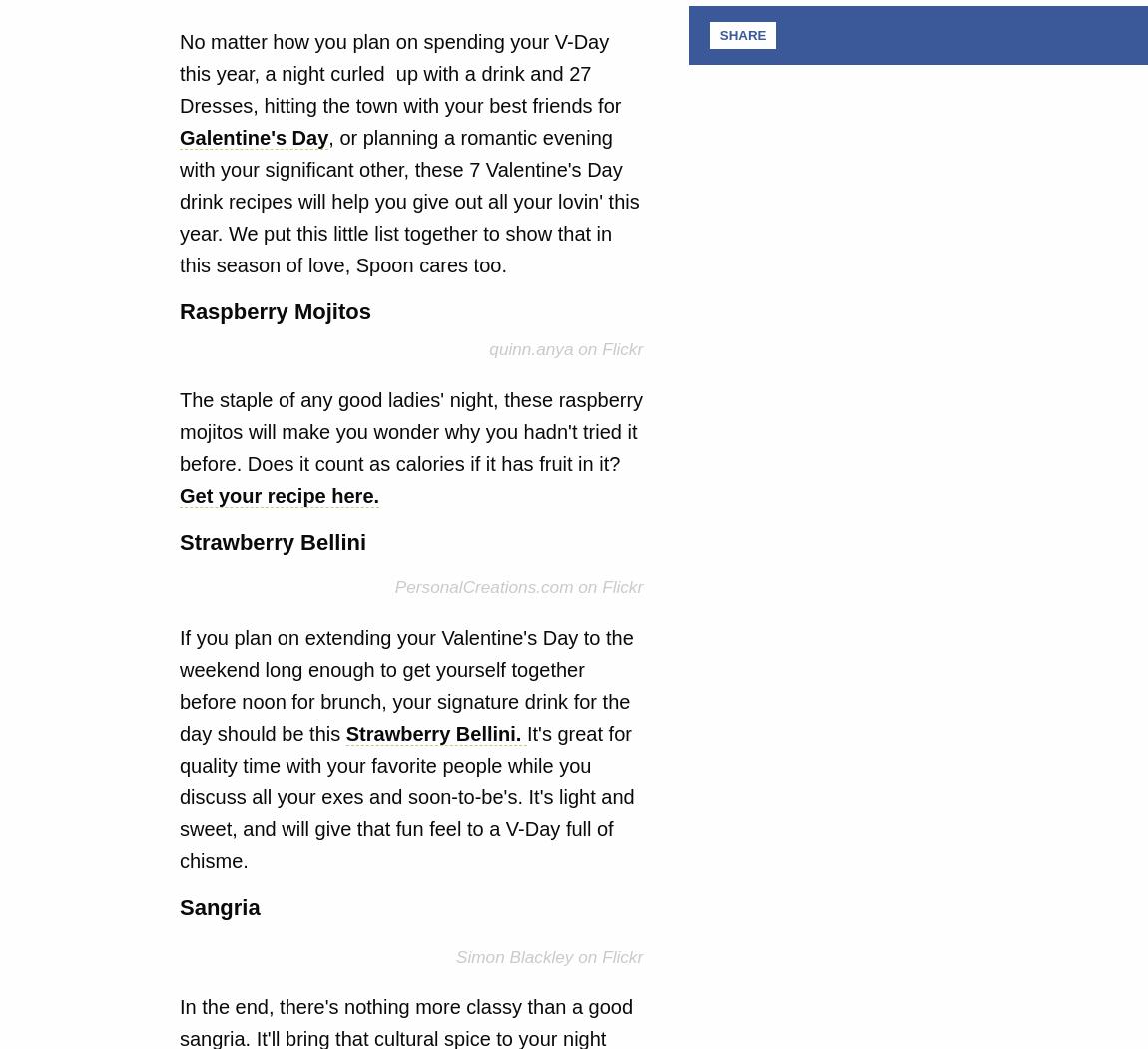 This screenshot has height=1049, width=1148. I want to click on ', or planning a romantic evening with your significant other, these 7 Valentine's Day drink recipes will help you give out all your lovin' this year. We put this little list together to show that in this season of love, Spoon cares too.', so click(408, 202).